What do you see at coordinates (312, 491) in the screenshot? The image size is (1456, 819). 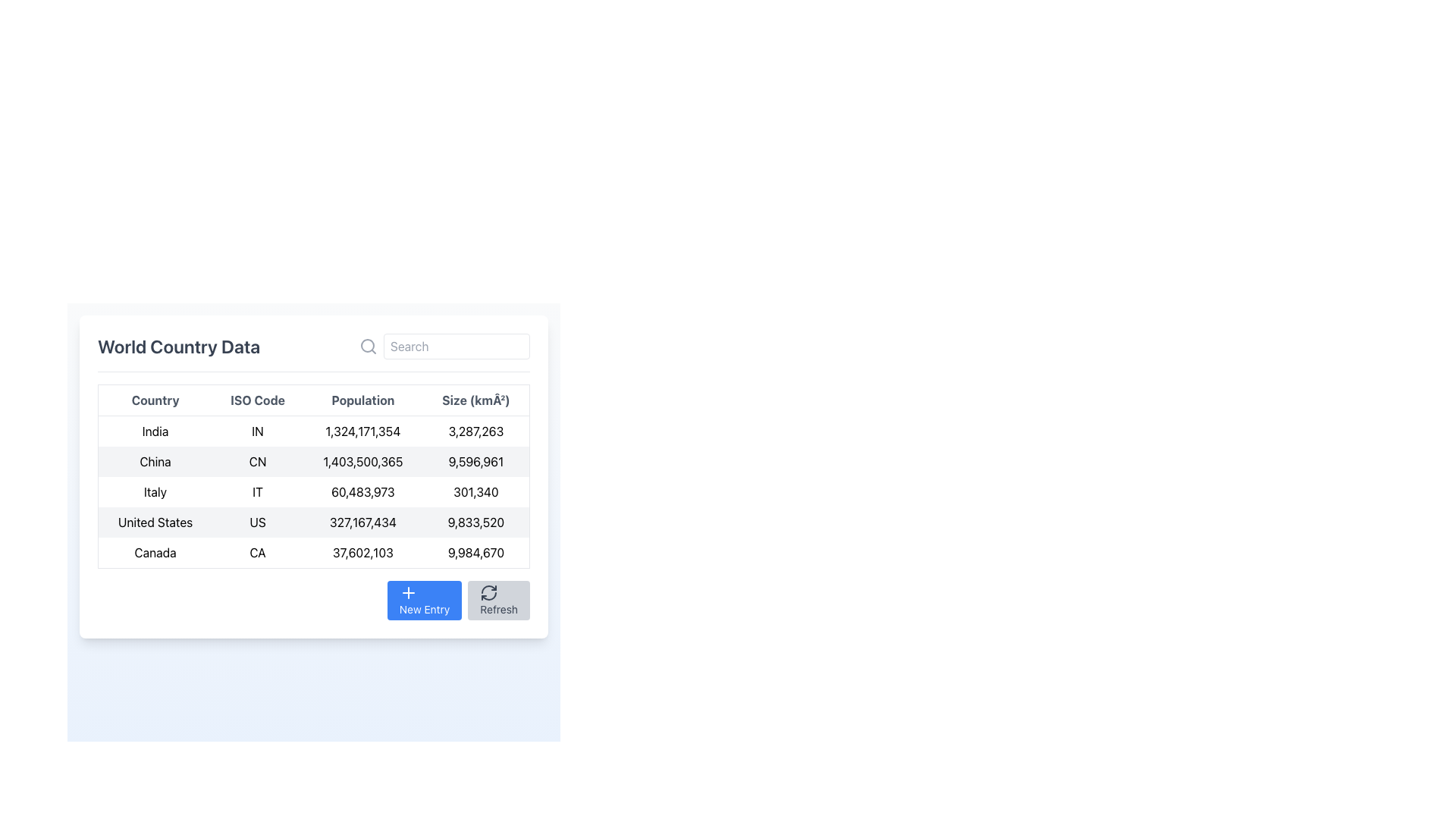 I see `the third row in the country data table that displays Italy's information, including its ISO Code, Population, and Size` at bounding box center [312, 491].